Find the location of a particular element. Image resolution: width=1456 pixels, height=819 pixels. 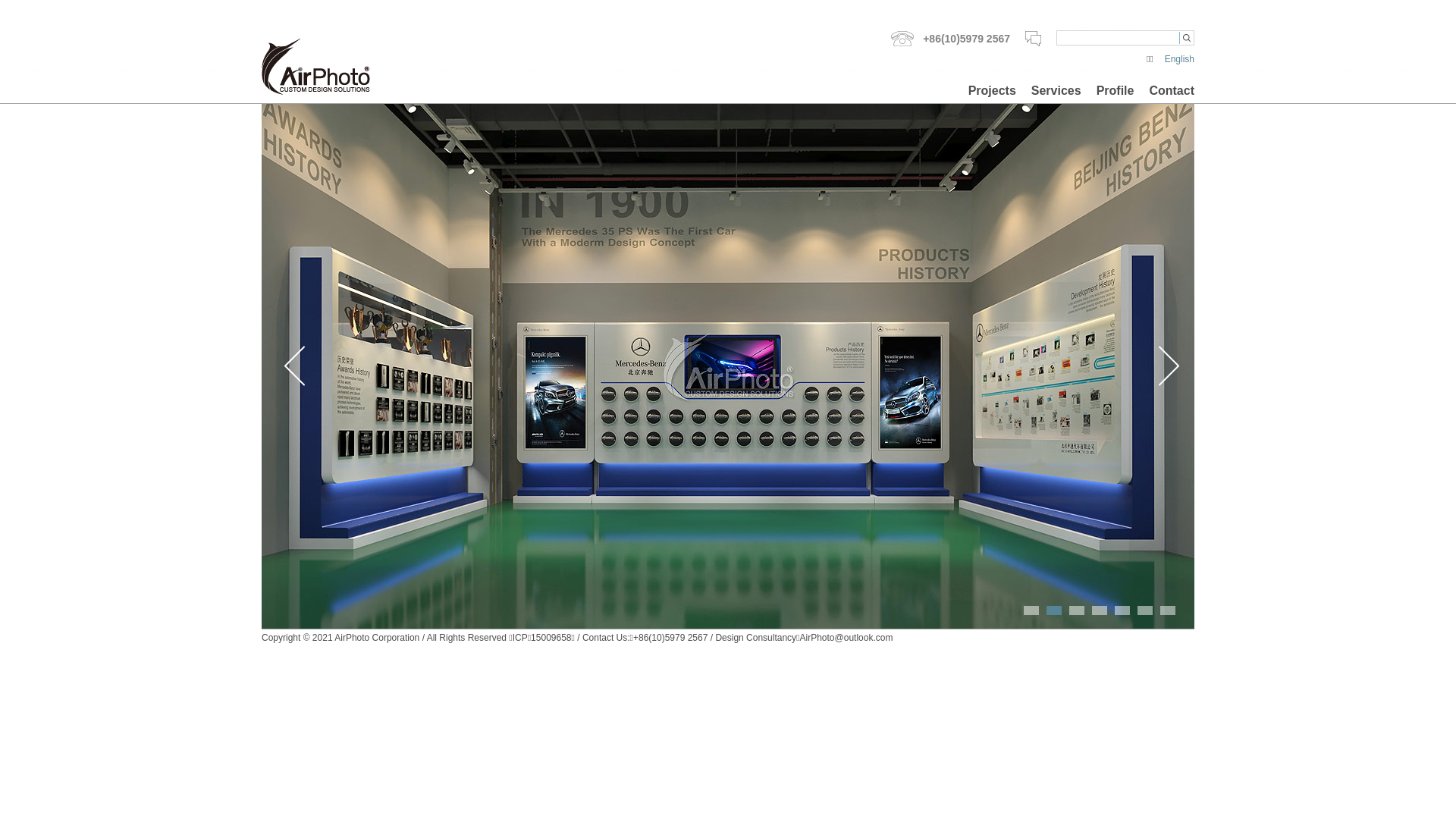

'Projects' is located at coordinates (992, 90).